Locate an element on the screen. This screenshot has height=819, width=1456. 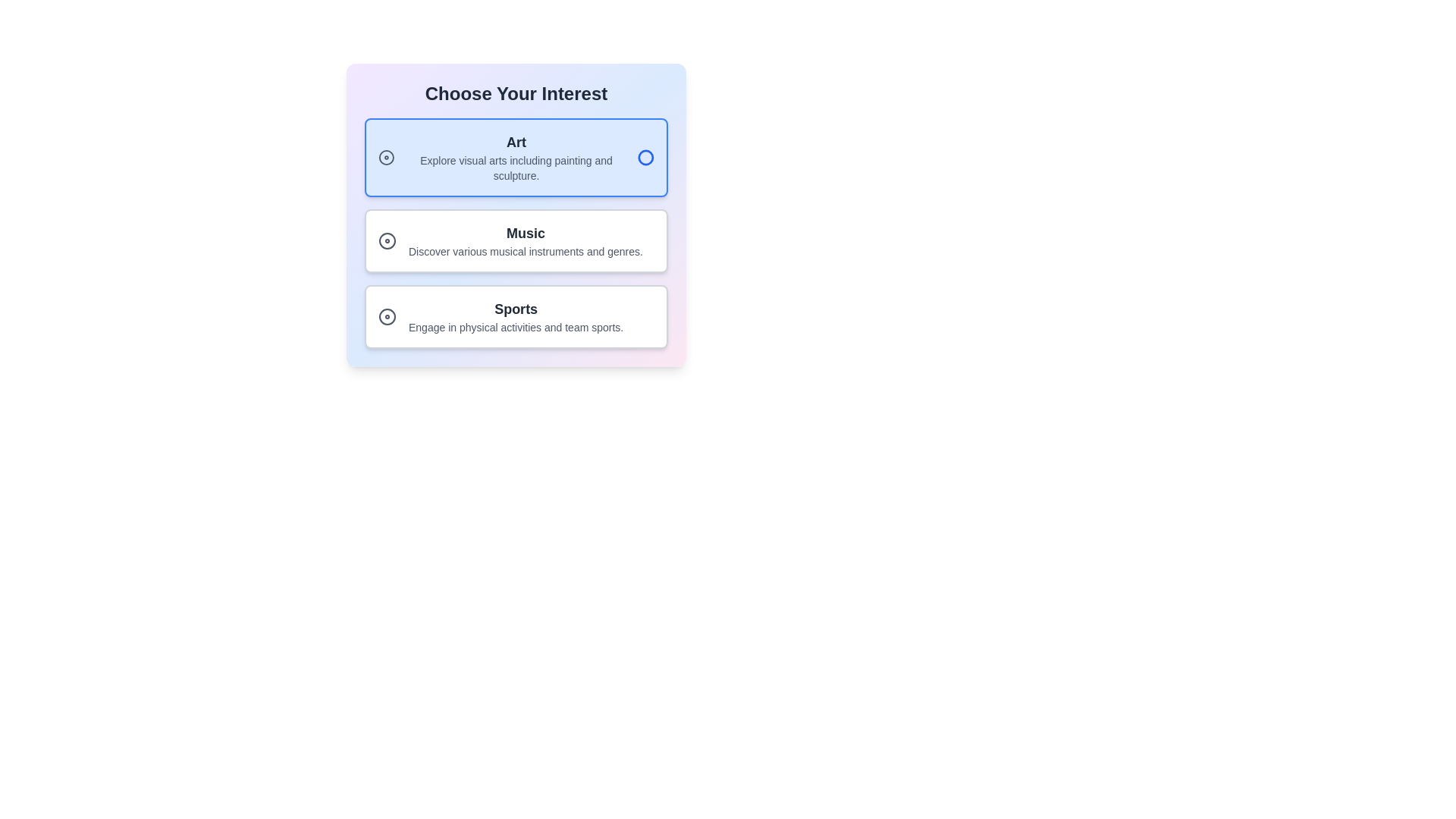
the SVG graphical element representing the 'Sports' option, which is located to the left of the text 'Sports' in a vertical list of options is located at coordinates (387, 315).